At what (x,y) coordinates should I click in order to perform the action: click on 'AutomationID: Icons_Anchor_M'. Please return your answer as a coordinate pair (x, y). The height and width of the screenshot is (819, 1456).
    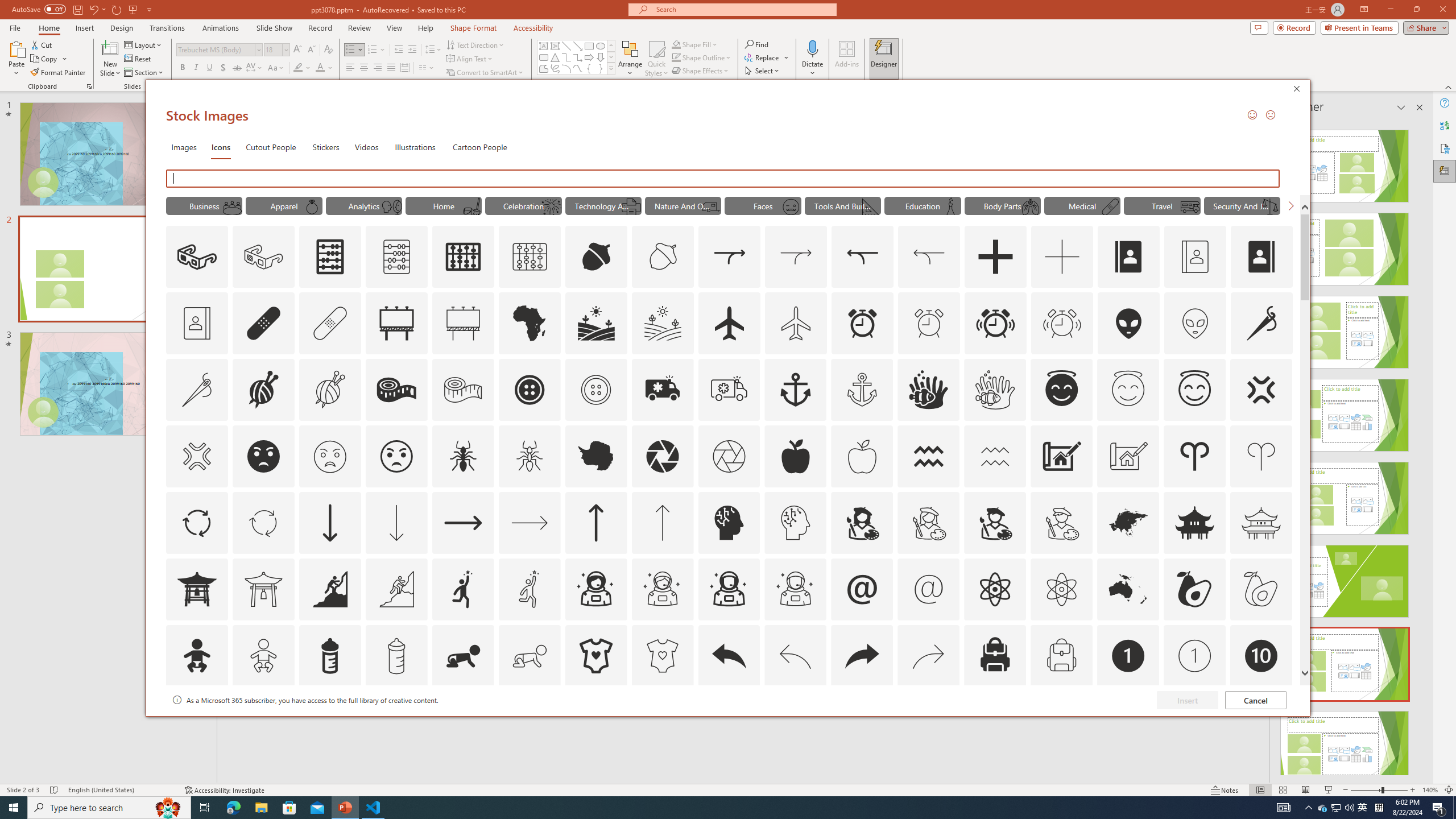
    Looking at the image, I should click on (862, 390).